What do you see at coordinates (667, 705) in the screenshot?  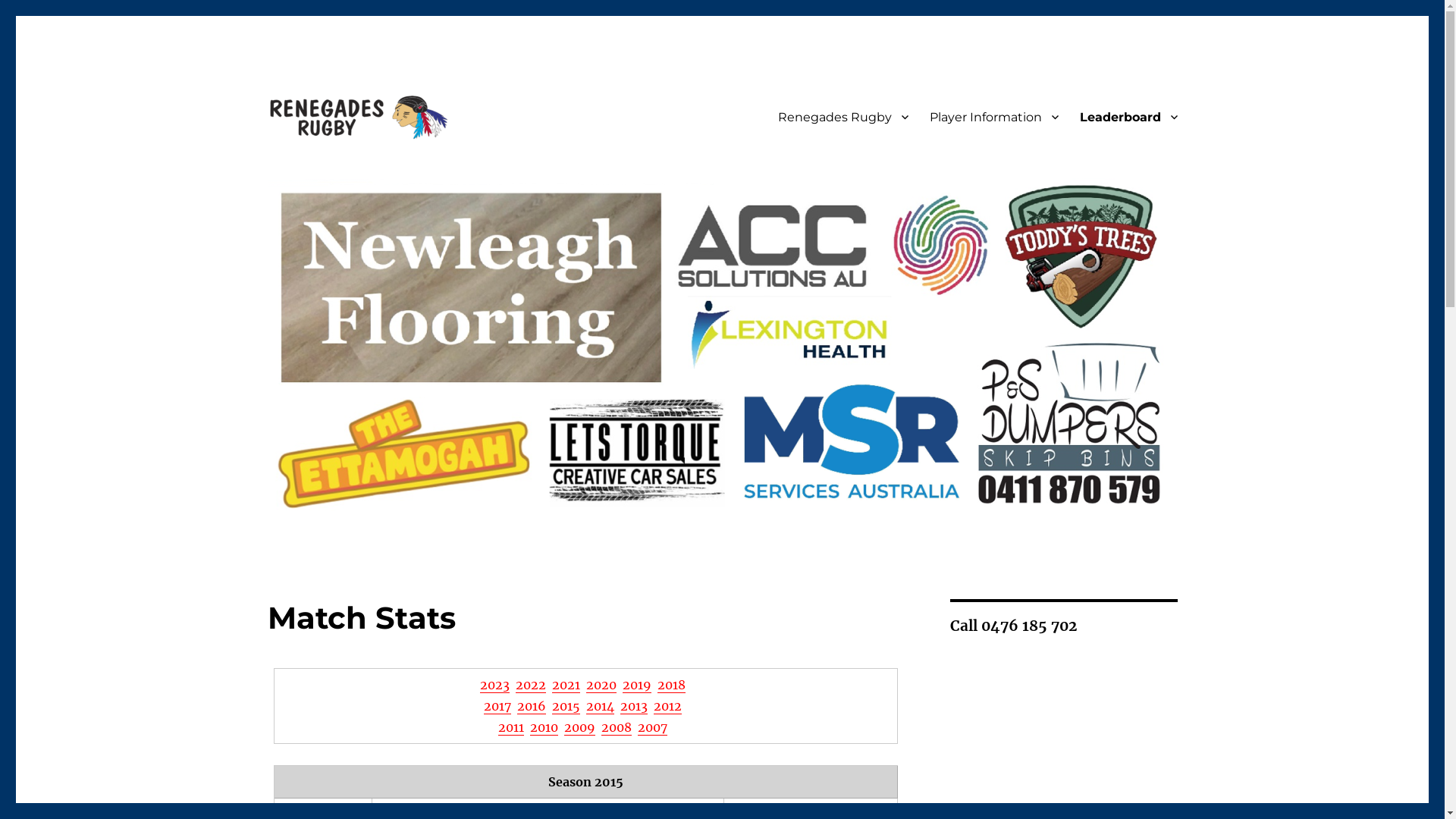 I see `'2012'` at bounding box center [667, 705].